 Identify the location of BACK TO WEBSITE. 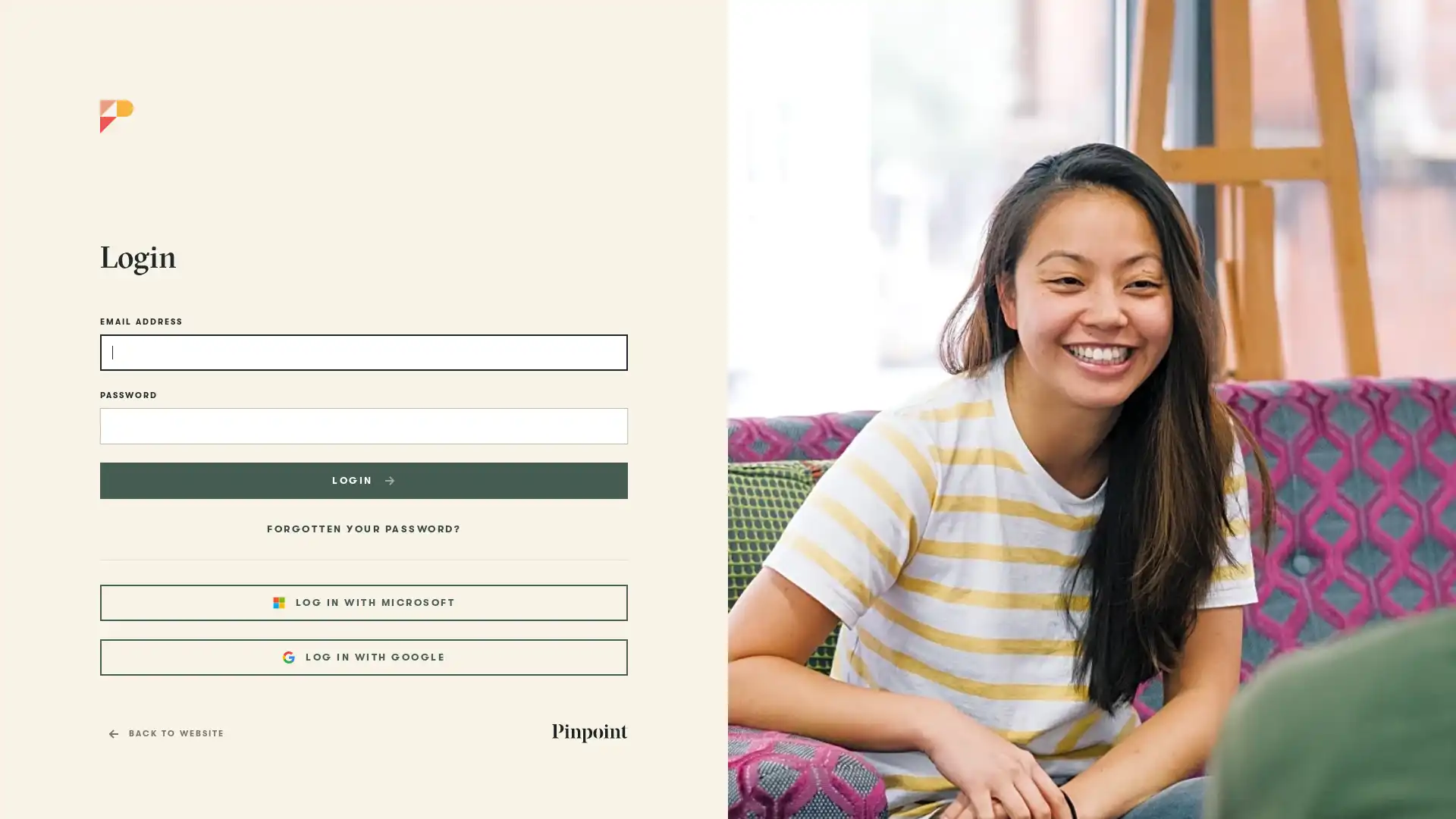
(166, 733).